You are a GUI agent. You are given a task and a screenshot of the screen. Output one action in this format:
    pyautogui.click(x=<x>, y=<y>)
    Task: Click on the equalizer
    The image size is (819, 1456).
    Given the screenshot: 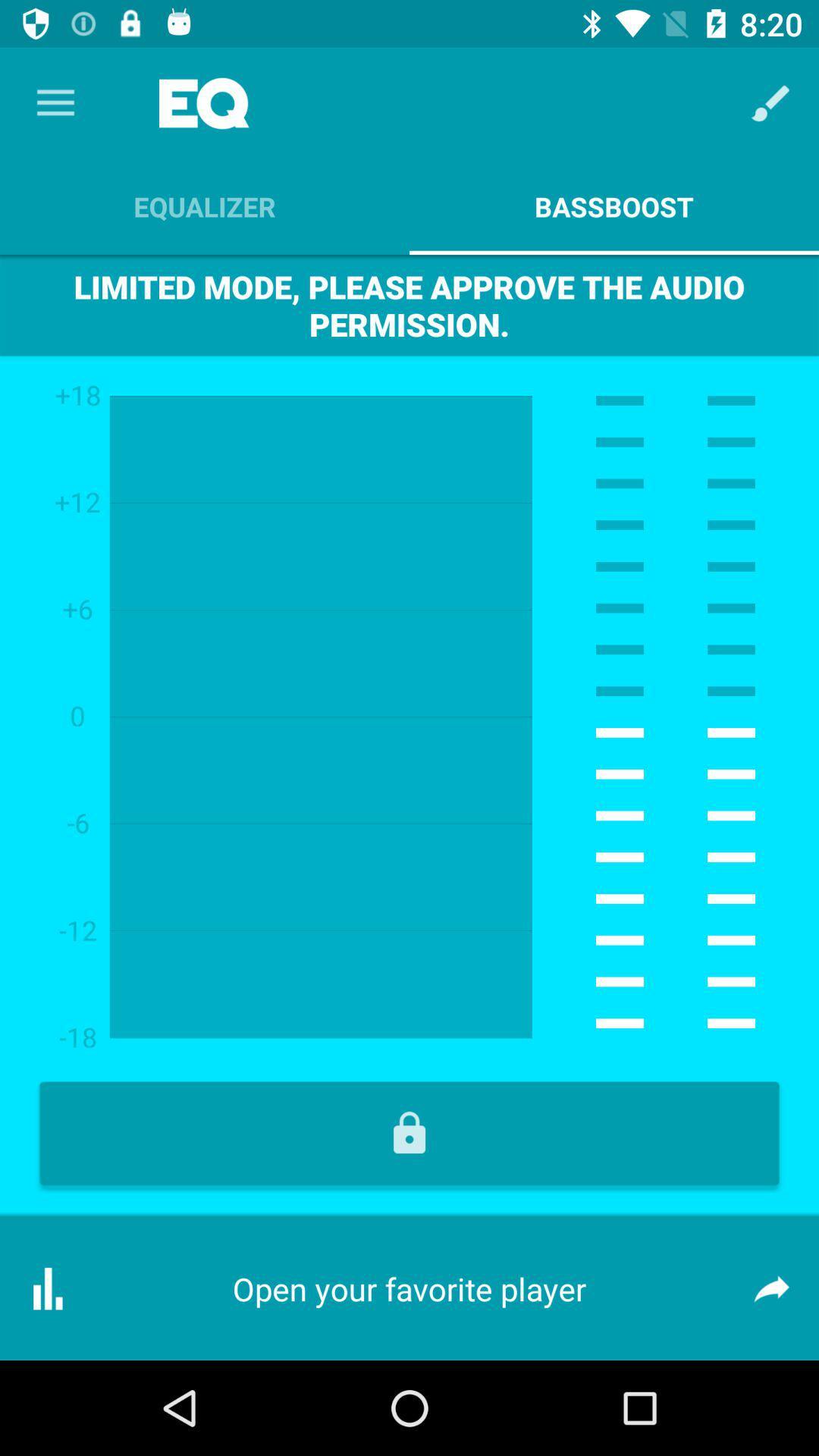 What is the action you would take?
    pyautogui.click(x=205, y=206)
    